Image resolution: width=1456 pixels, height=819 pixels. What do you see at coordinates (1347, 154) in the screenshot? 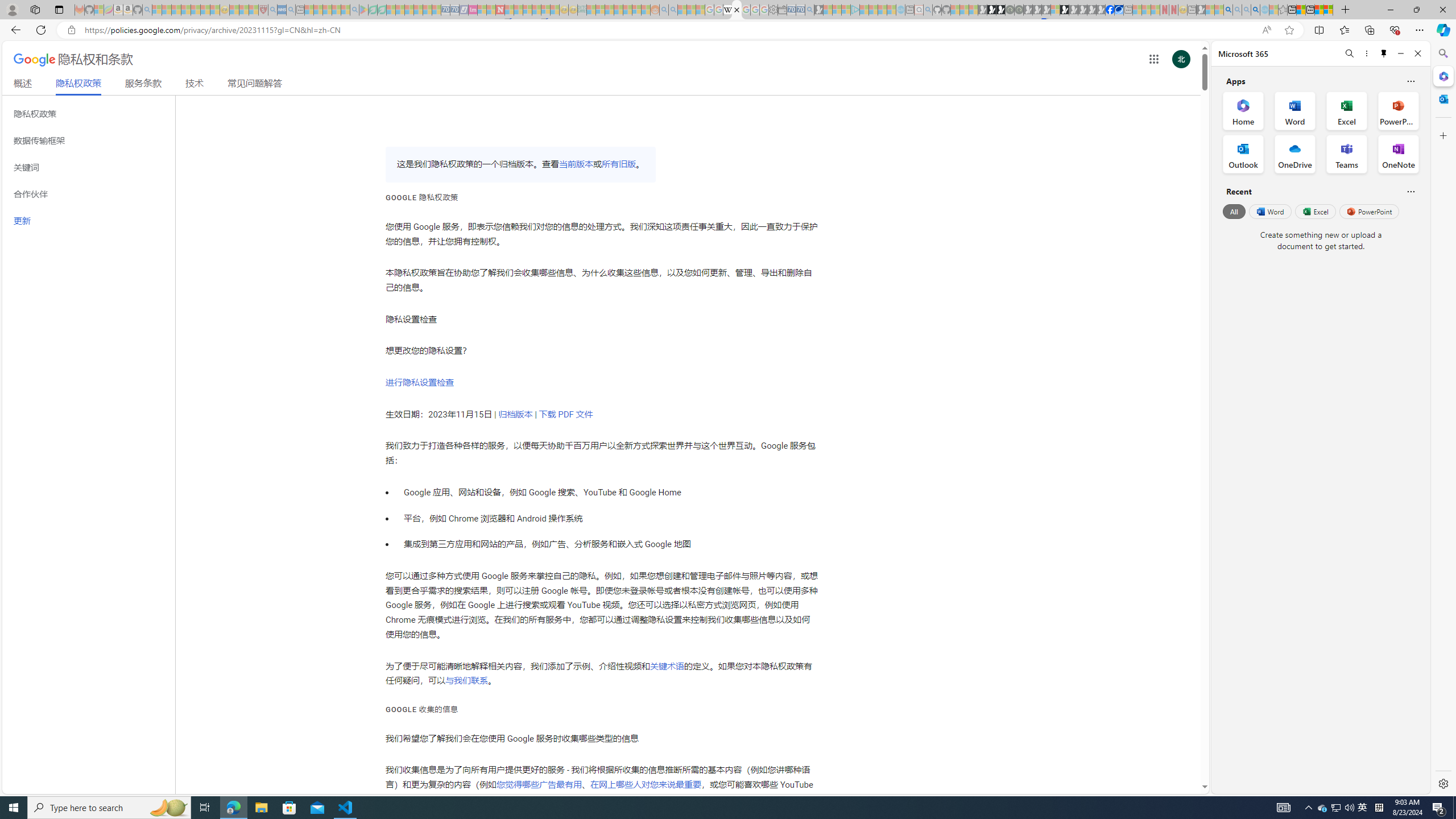
I see `'Teams Office App'` at bounding box center [1347, 154].